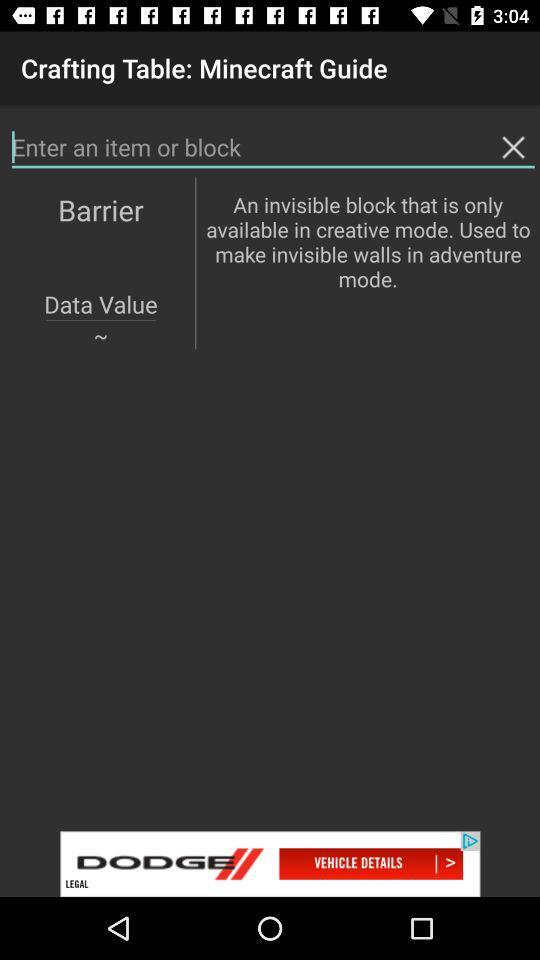 This screenshot has width=540, height=960. I want to click on close, so click(513, 146).